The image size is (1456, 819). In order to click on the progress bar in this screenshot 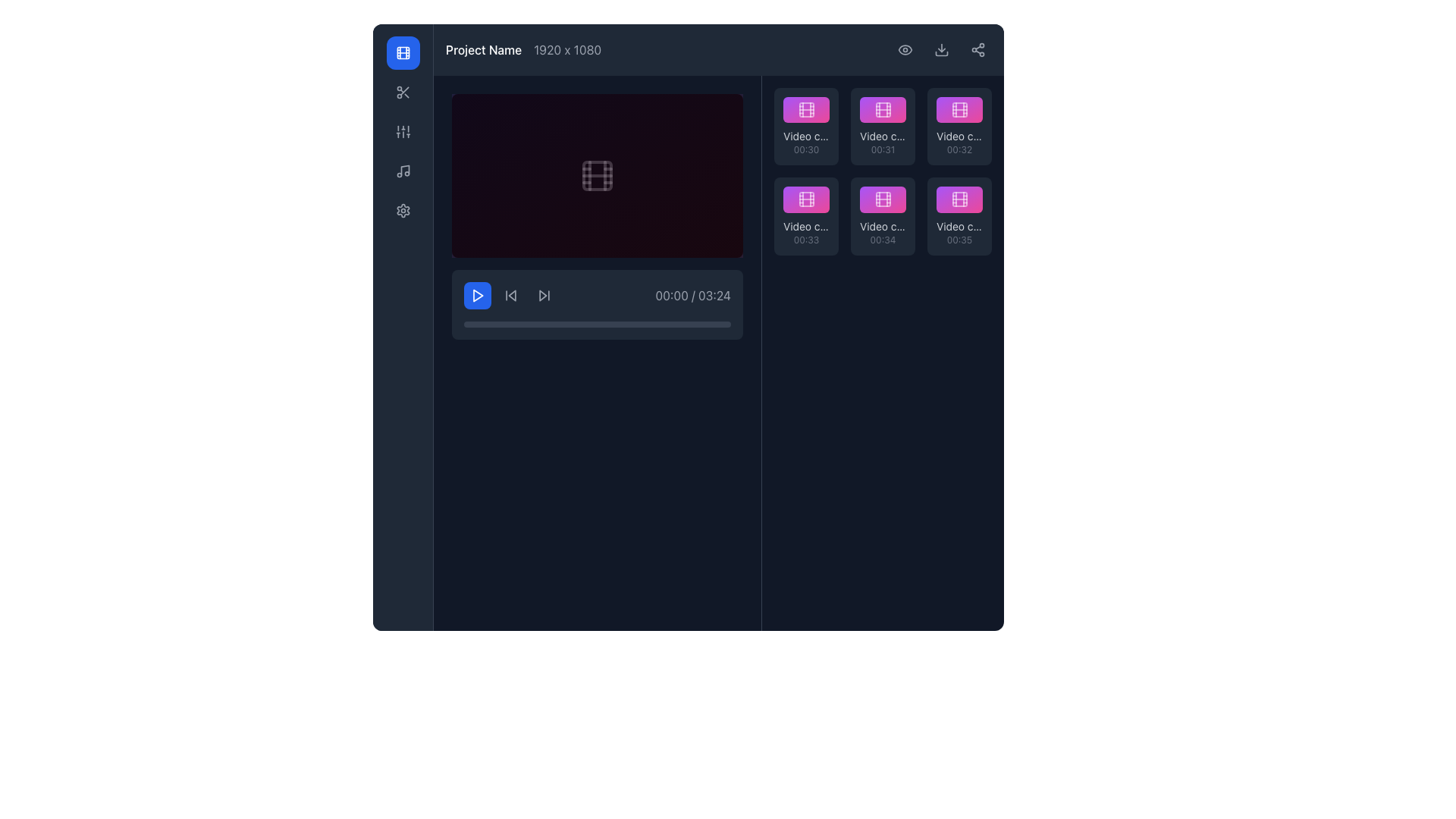, I will do `click(469, 324)`.